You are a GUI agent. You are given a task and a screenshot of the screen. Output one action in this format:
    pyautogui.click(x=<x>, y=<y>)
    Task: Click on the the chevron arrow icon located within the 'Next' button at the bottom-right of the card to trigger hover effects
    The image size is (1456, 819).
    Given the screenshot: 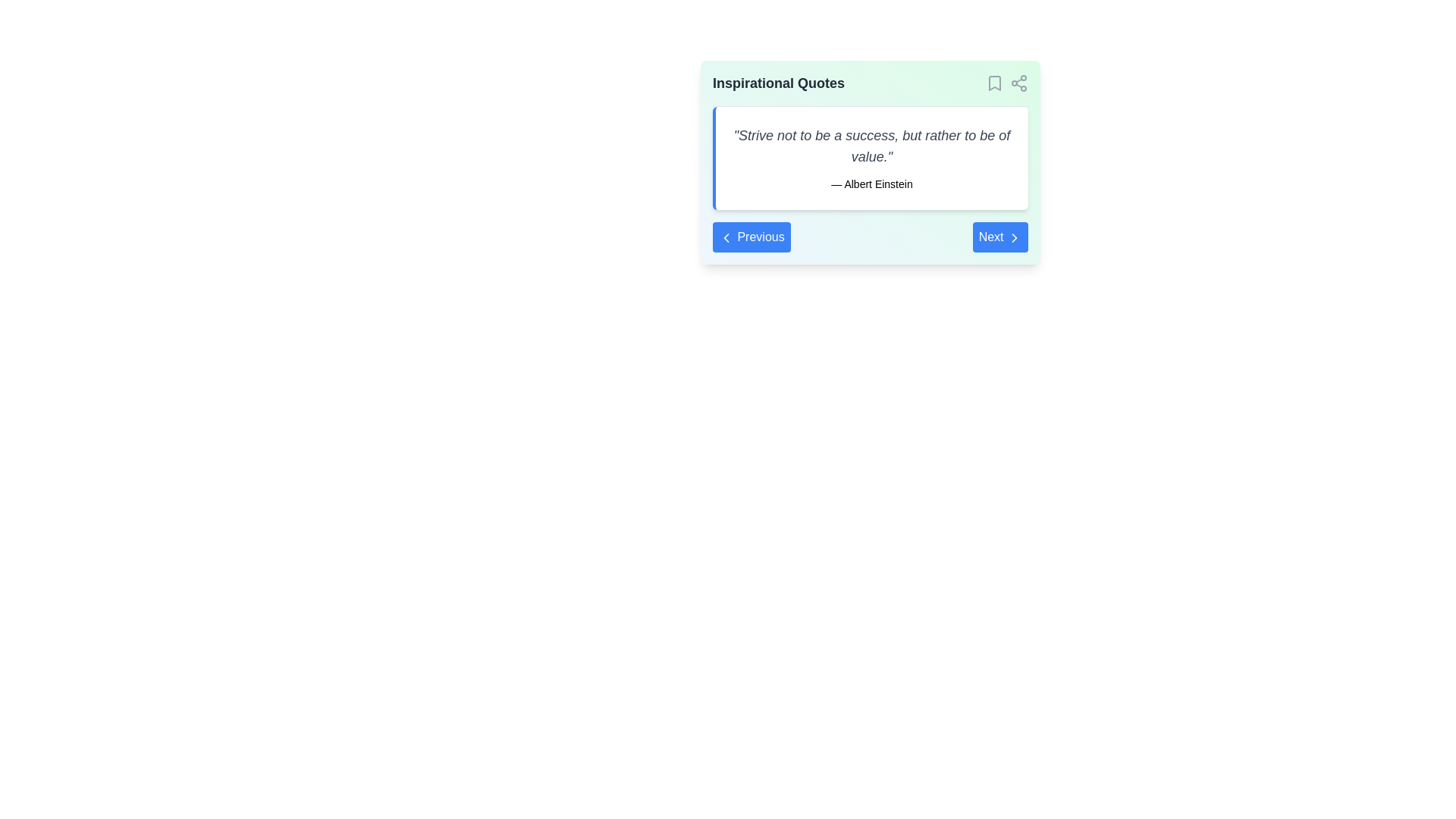 What is the action you would take?
    pyautogui.click(x=1015, y=237)
    